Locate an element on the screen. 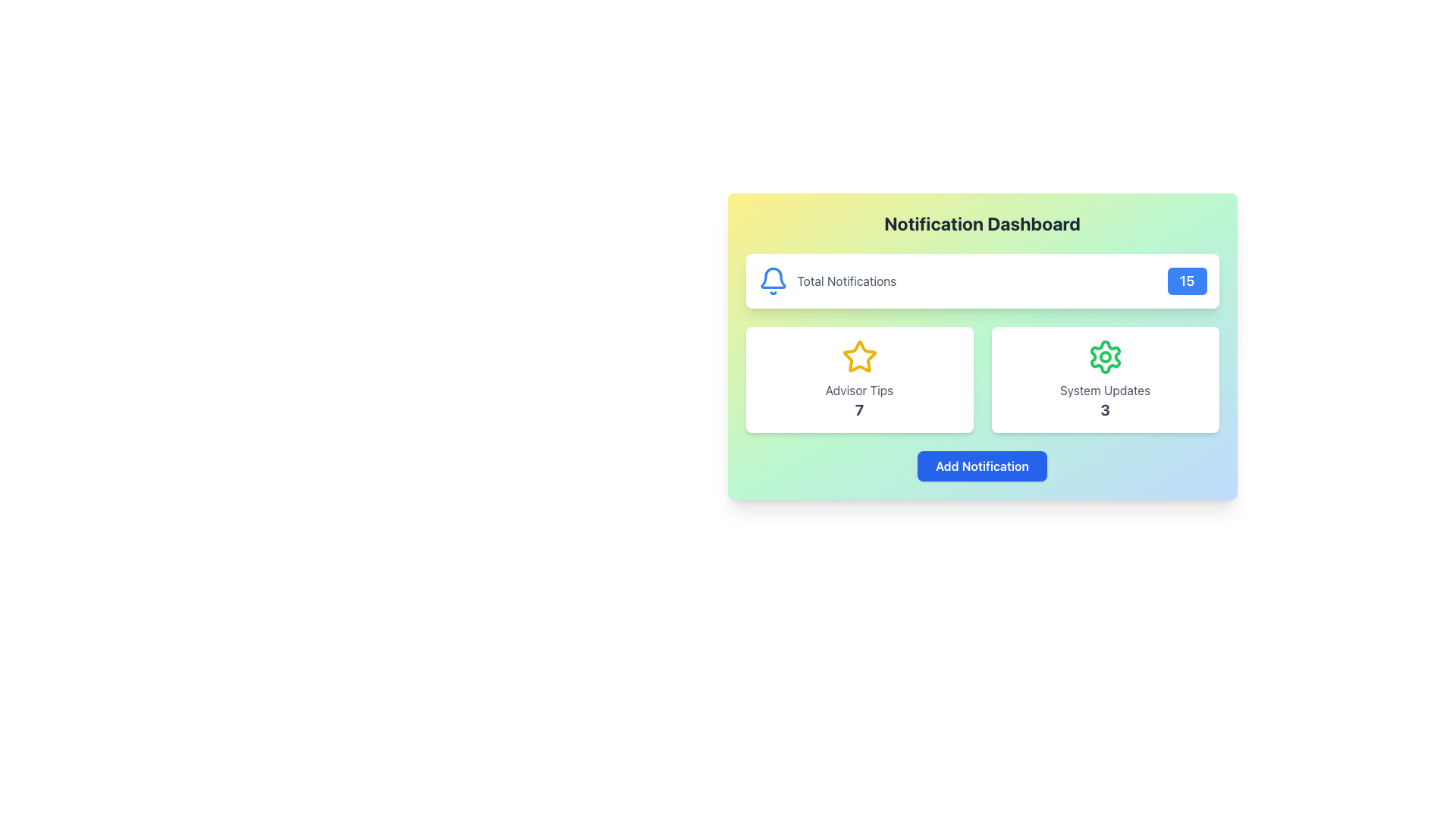  the 'Add Notification' button located at the bottom center of the 'Notification Dashboard' card is located at coordinates (982, 465).